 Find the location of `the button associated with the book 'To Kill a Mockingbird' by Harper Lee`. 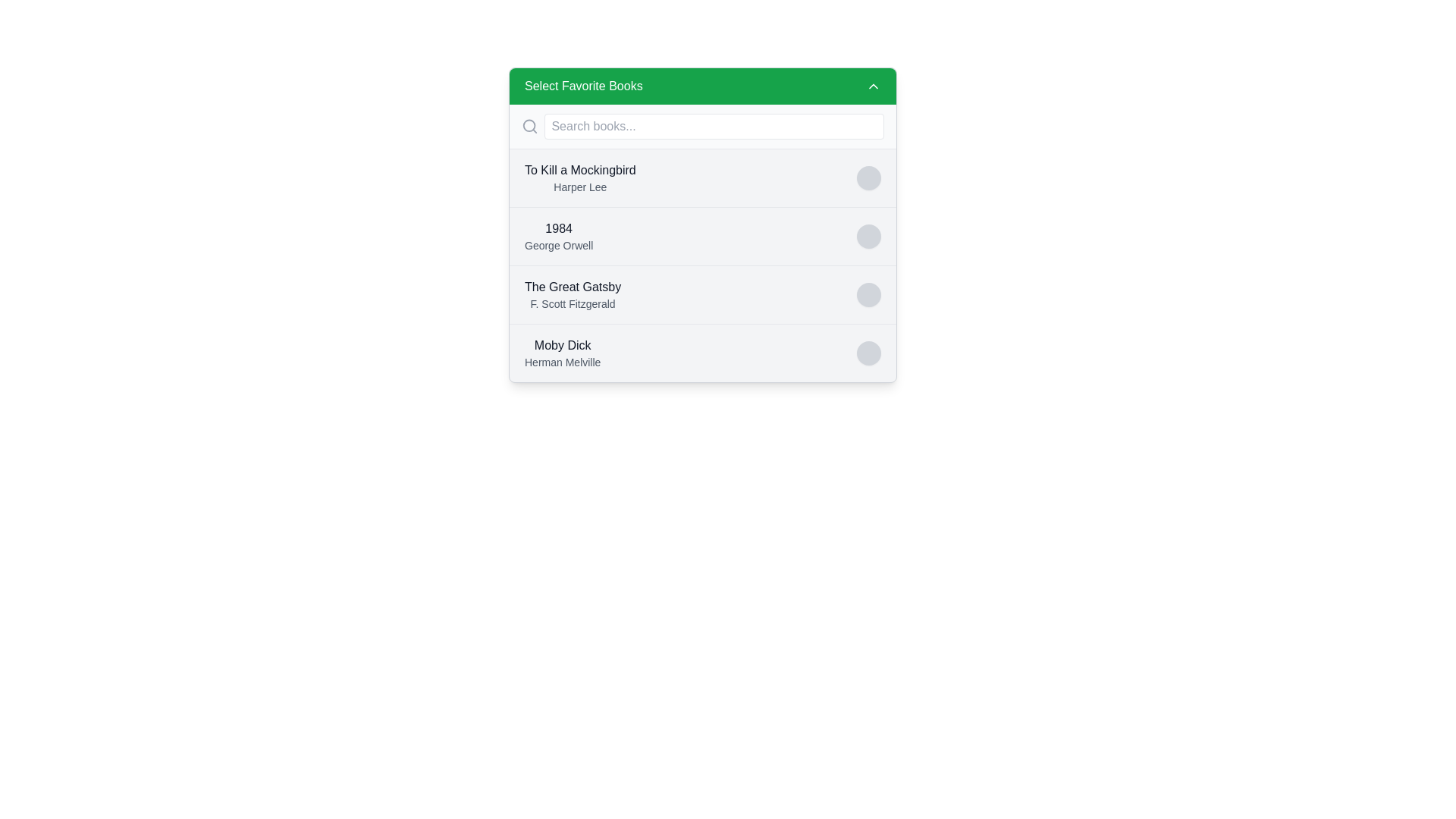

the button associated with the book 'To Kill a Mockingbird' by Harper Lee is located at coordinates (869, 177).